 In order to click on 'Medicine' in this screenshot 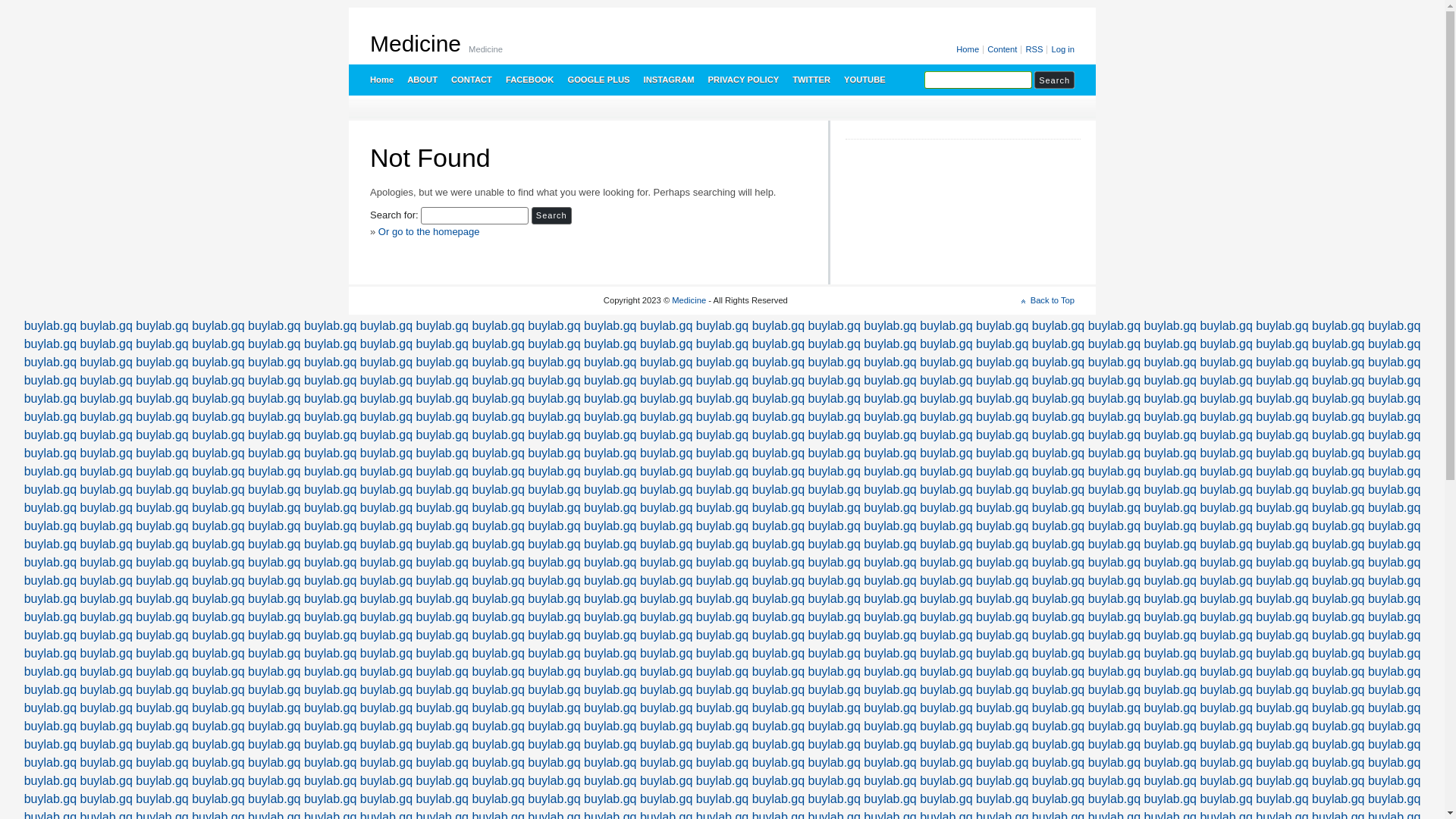, I will do `click(415, 42)`.